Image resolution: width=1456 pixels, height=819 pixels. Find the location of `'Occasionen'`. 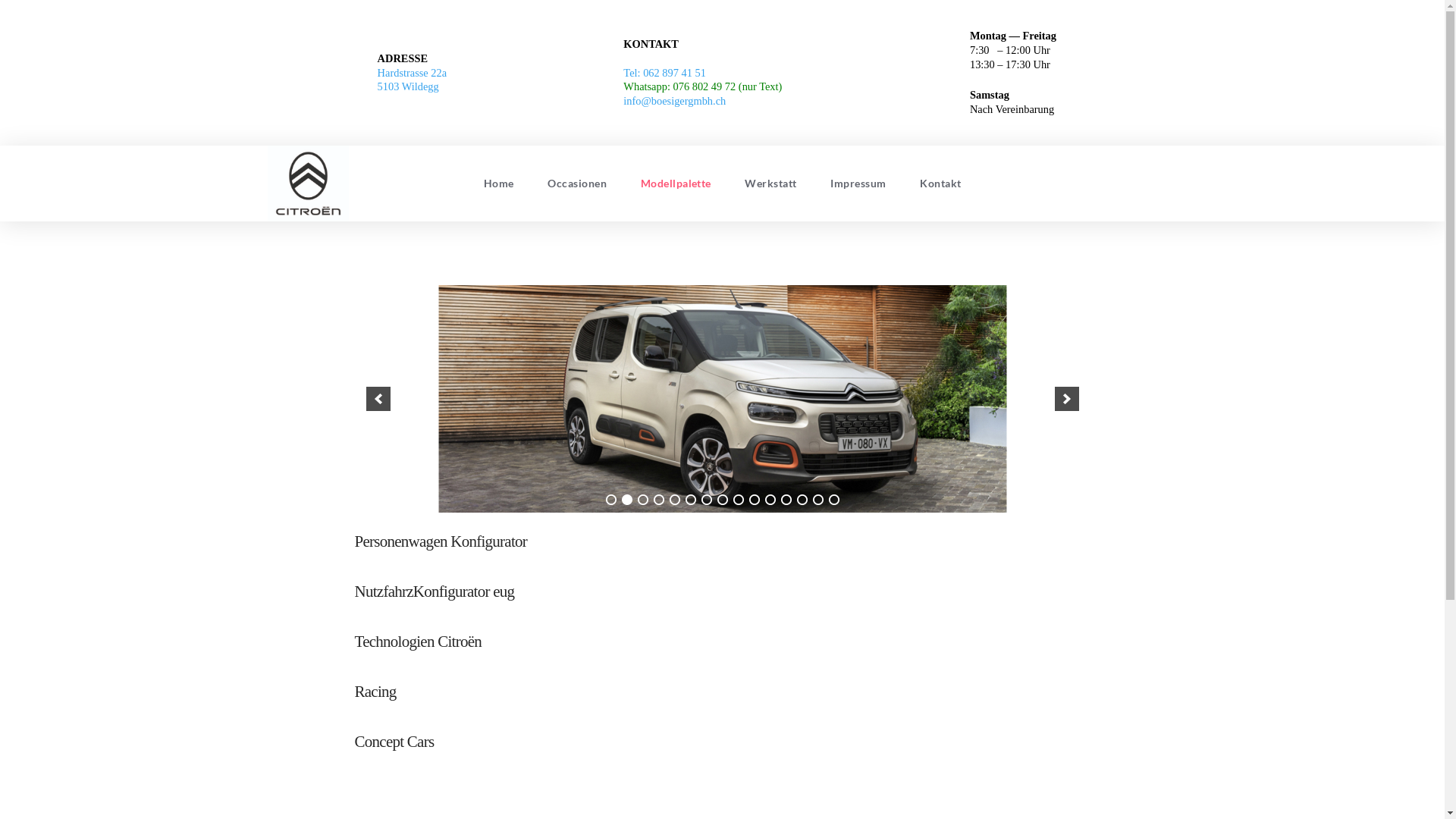

'Occasionen' is located at coordinates (576, 183).